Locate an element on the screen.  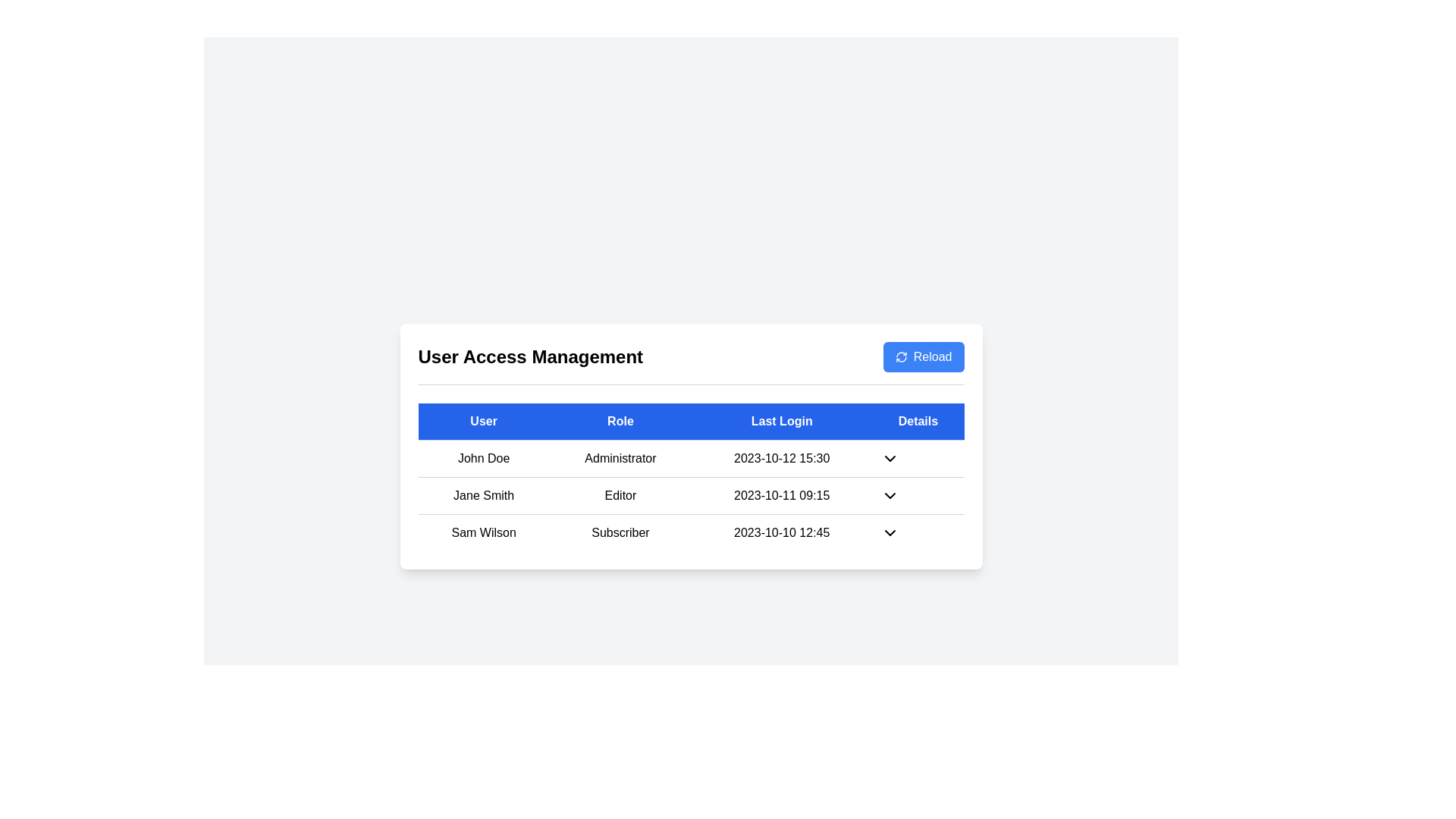
the table row containing the user 'Jane Smith' and the role 'Editor' in the second column is located at coordinates (690, 495).